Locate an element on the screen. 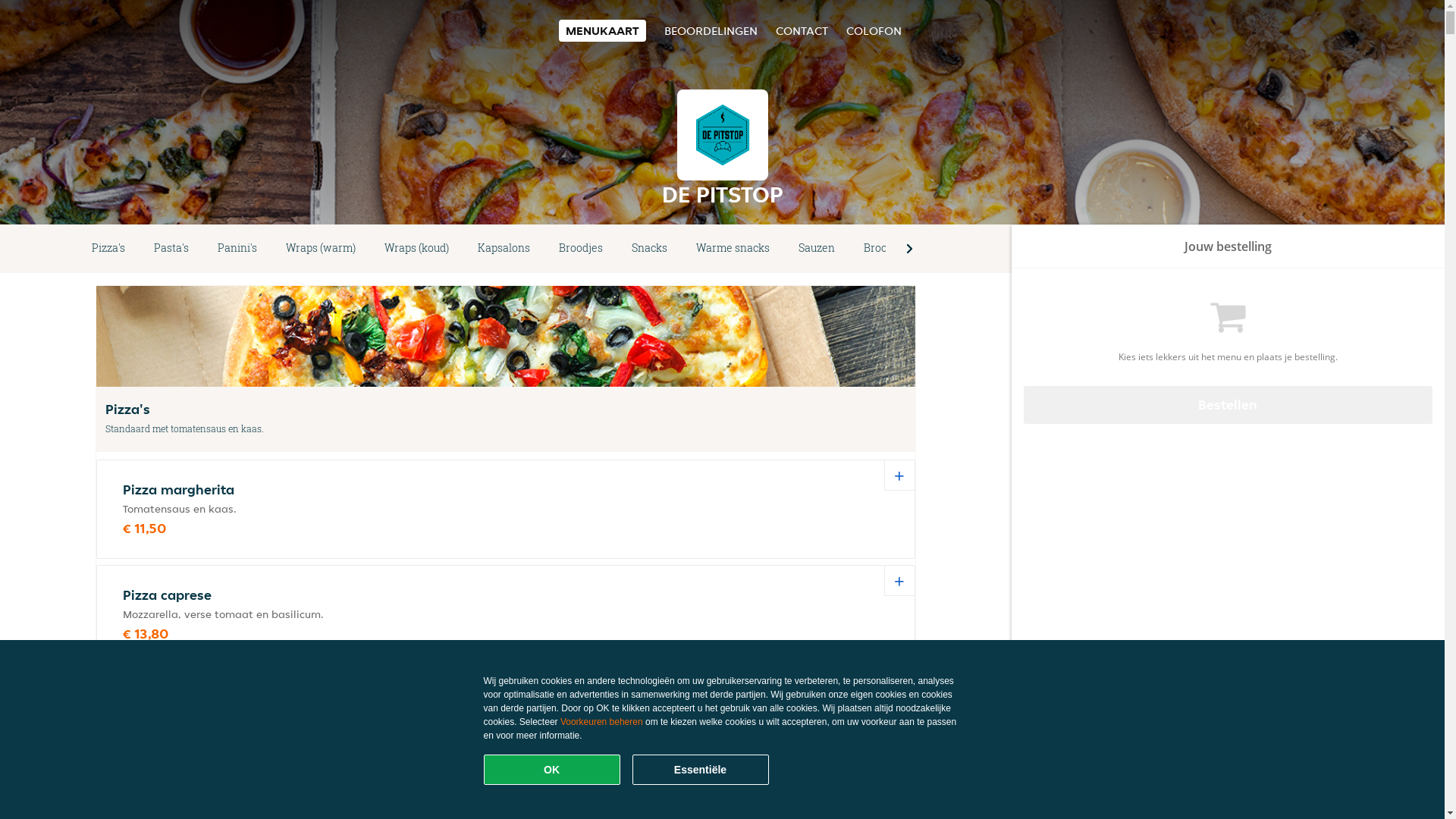  'MENUKAART' is located at coordinates (601, 30).